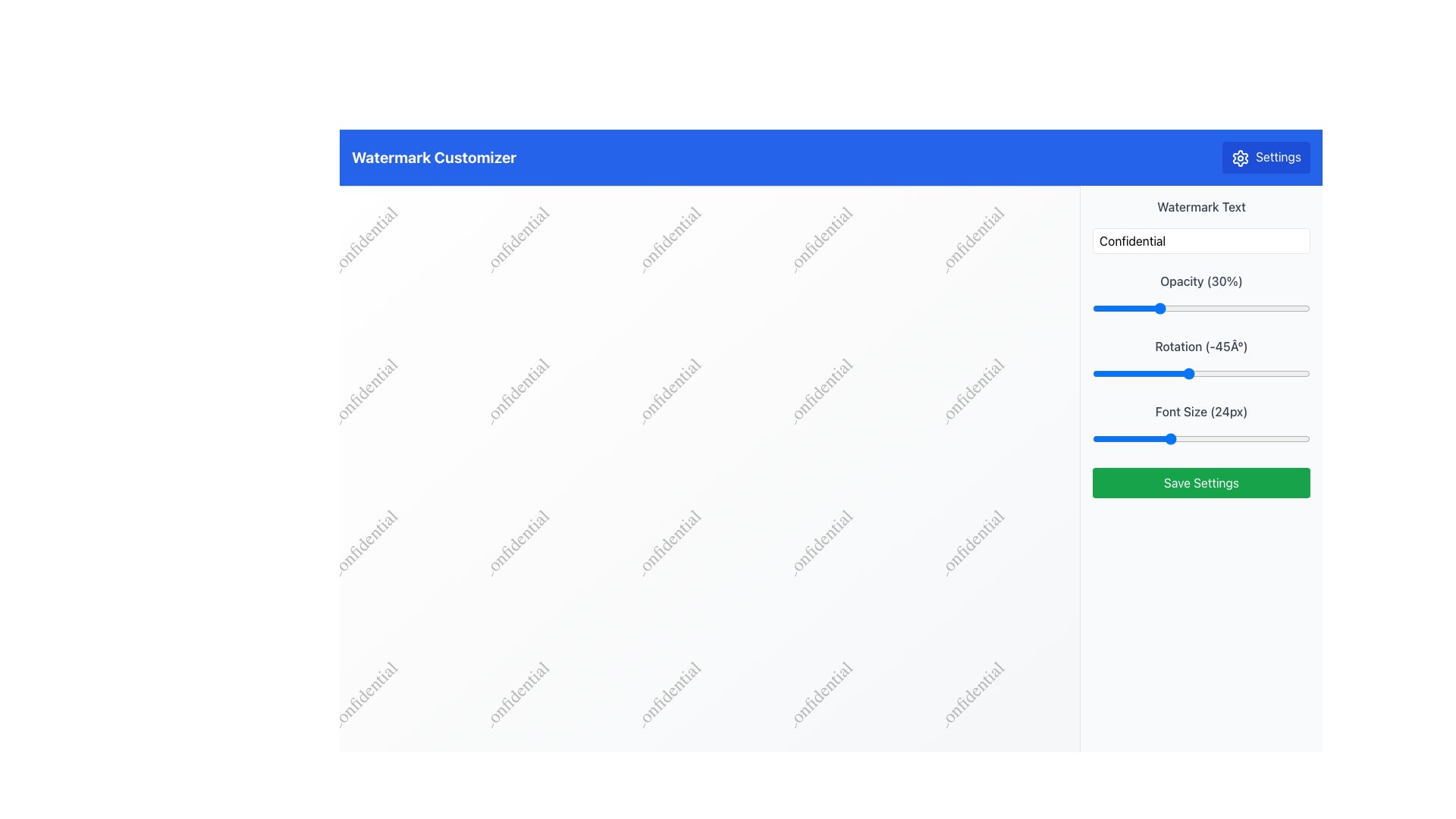 This screenshot has width=1456, height=819. I want to click on the slider labeled 'Rotation (-45°)', so click(1200, 360).